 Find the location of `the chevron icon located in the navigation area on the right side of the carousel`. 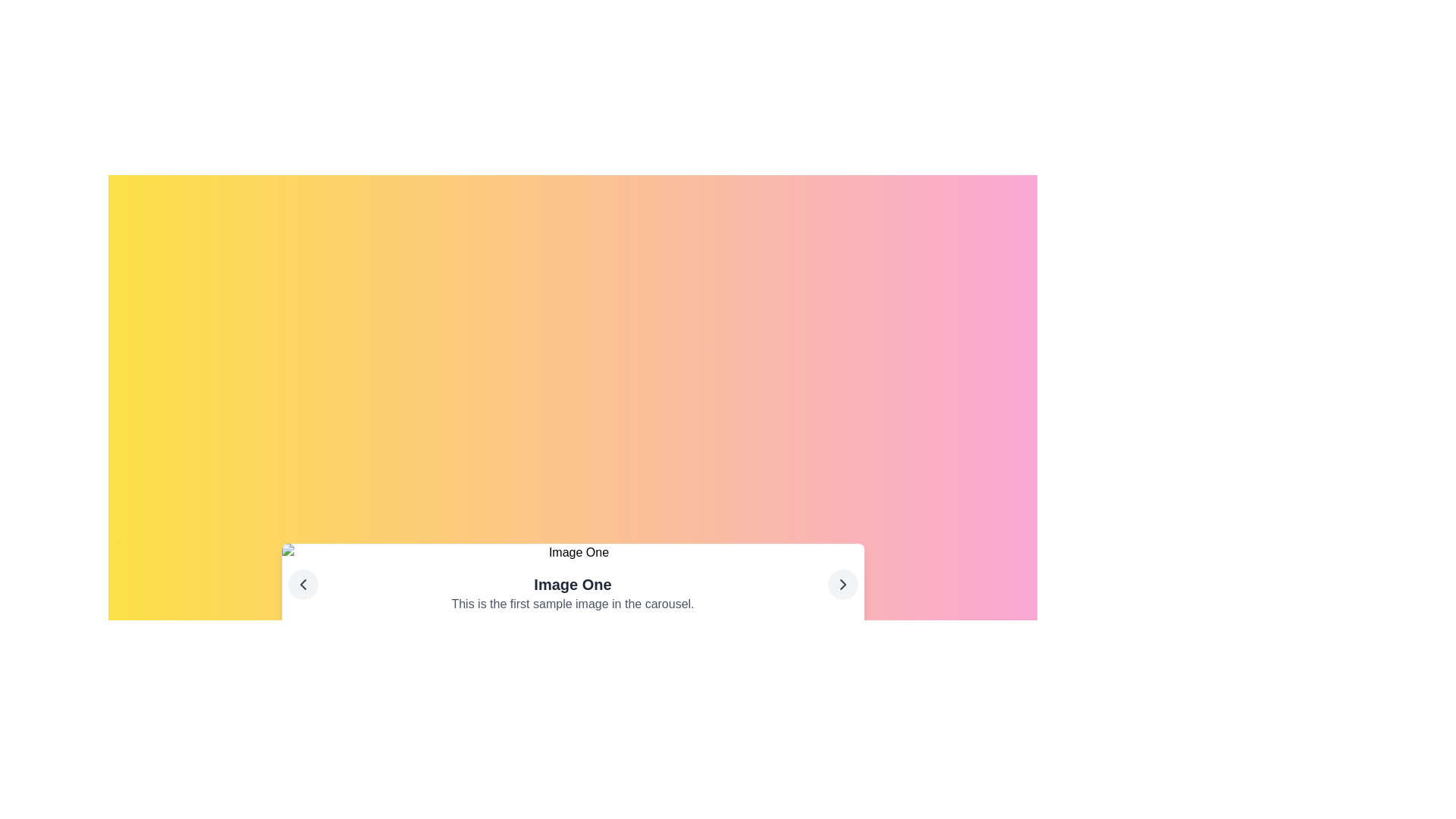

the chevron icon located in the navigation area on the right side of the carousel is located at coordinates (842, 584).